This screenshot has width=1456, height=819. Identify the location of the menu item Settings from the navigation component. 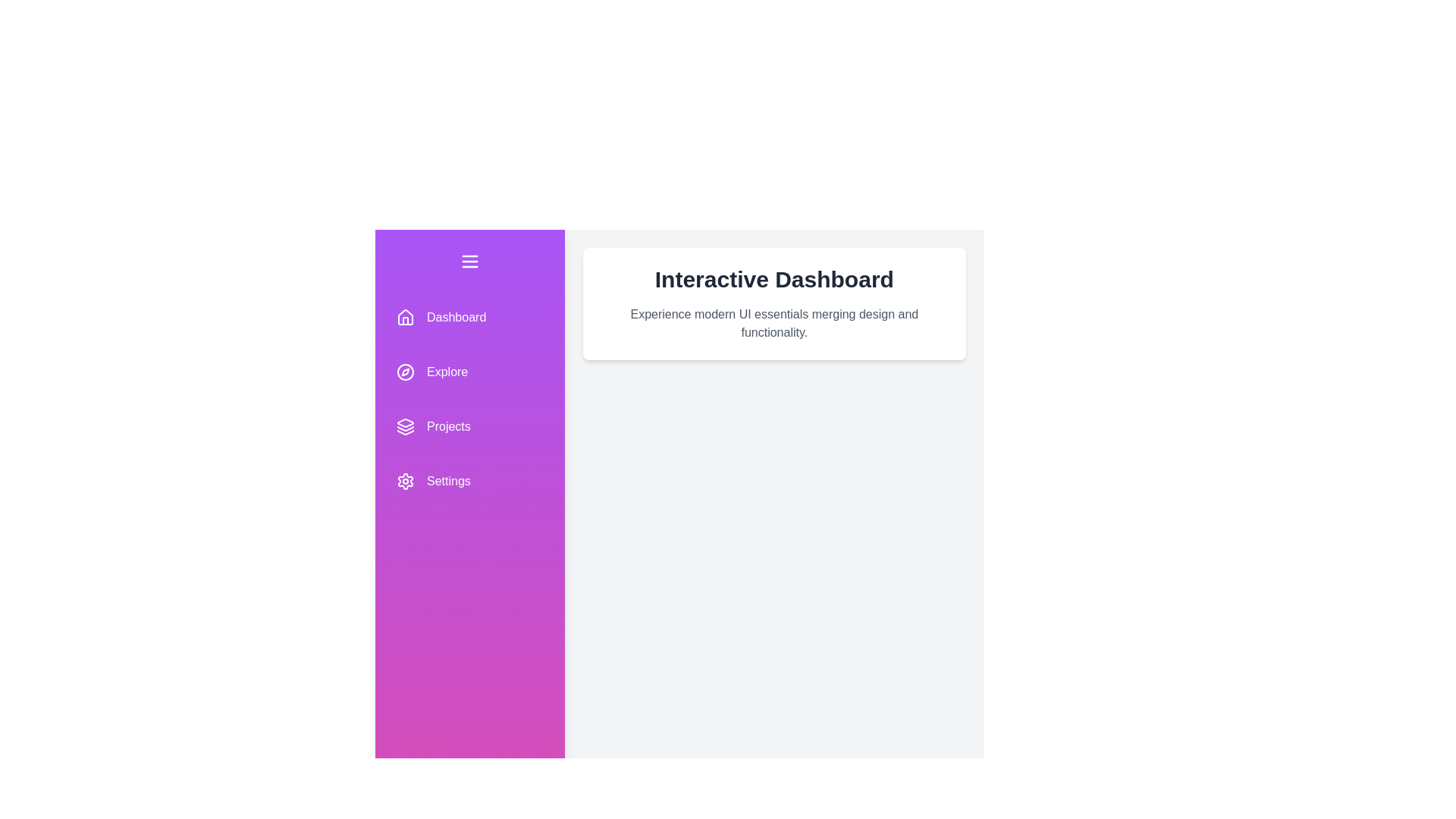
(469, 482).